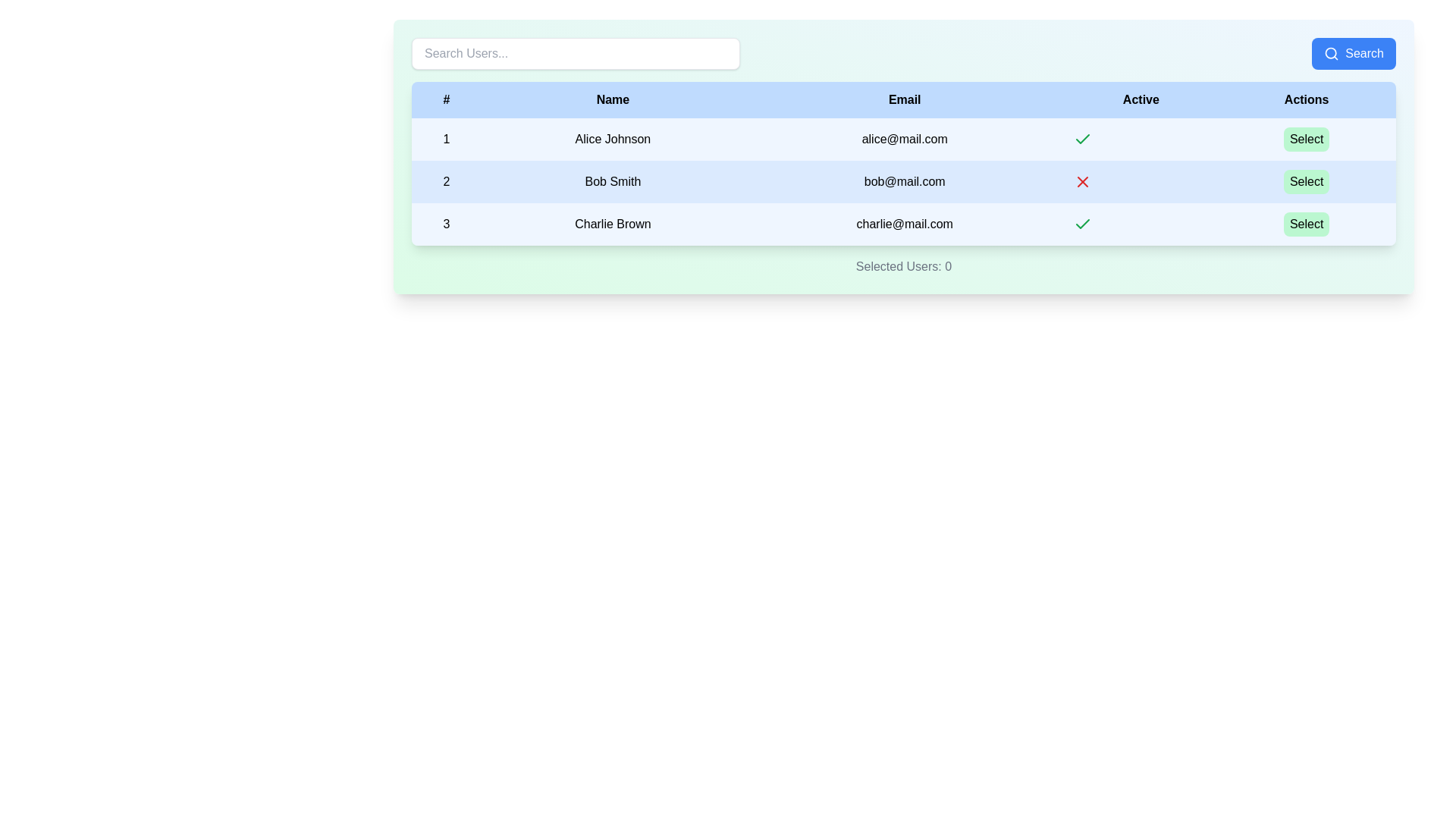 The image size is (1456, 819). I want to click on the static text field displaying the email 'charlie@mail.com', located in the third column of the third row in the table structure, so click(905, 224).